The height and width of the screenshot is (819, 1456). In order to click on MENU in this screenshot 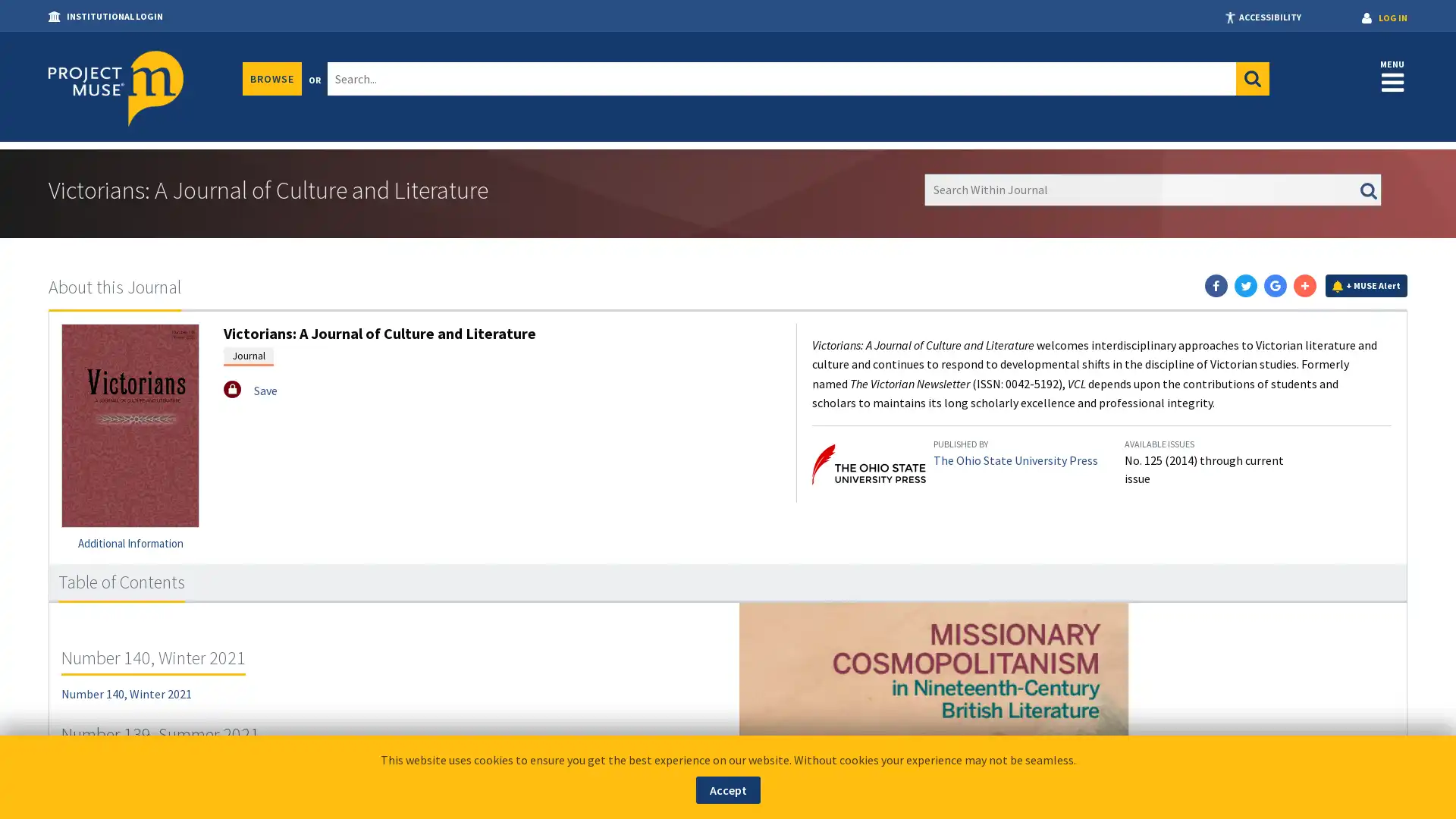, I will do `click(1392, 75)`.